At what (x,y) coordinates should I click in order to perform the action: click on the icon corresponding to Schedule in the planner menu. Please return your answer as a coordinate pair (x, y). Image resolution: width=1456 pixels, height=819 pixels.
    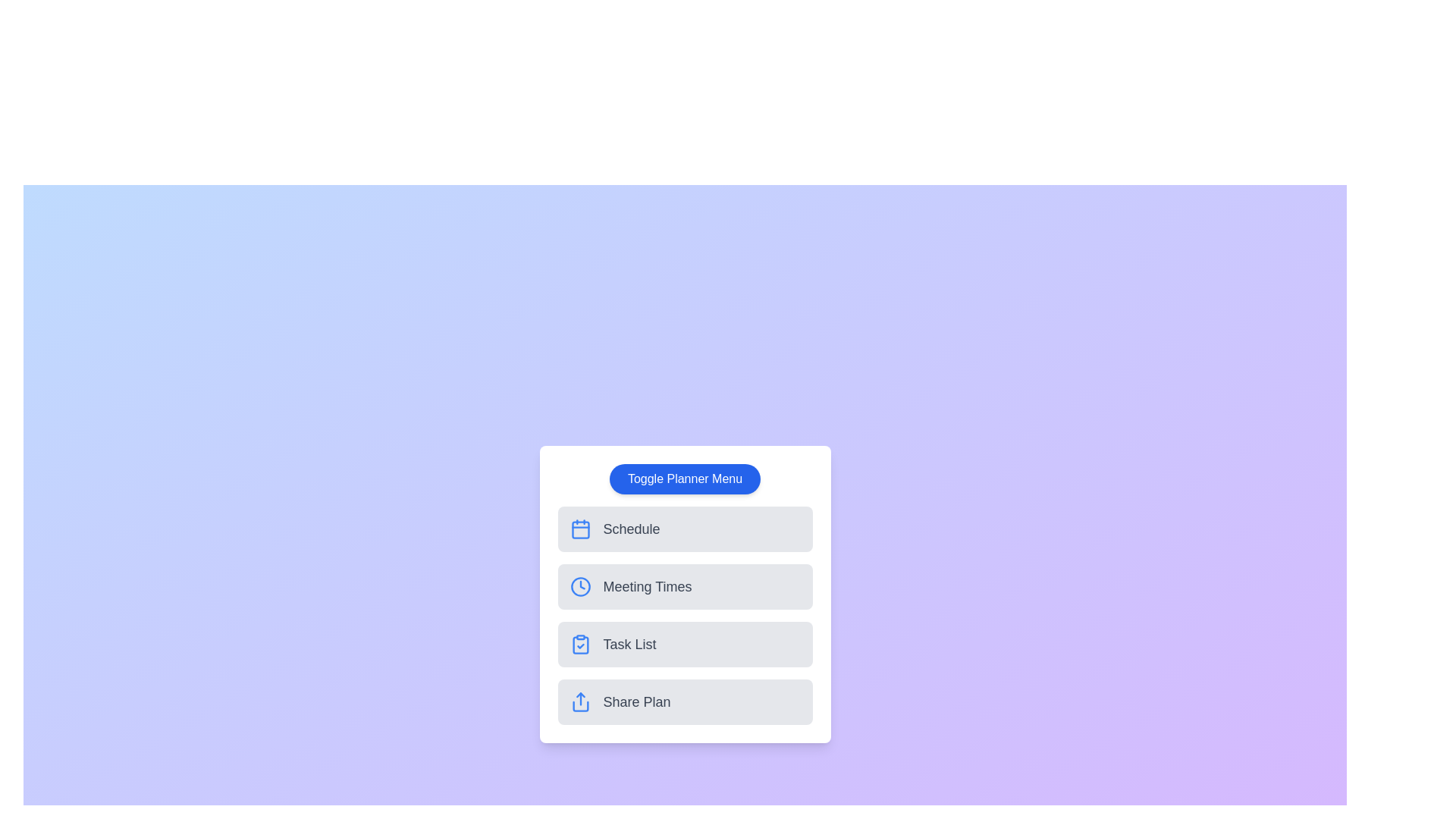
    Looking at the image, I should click on (579, 529).